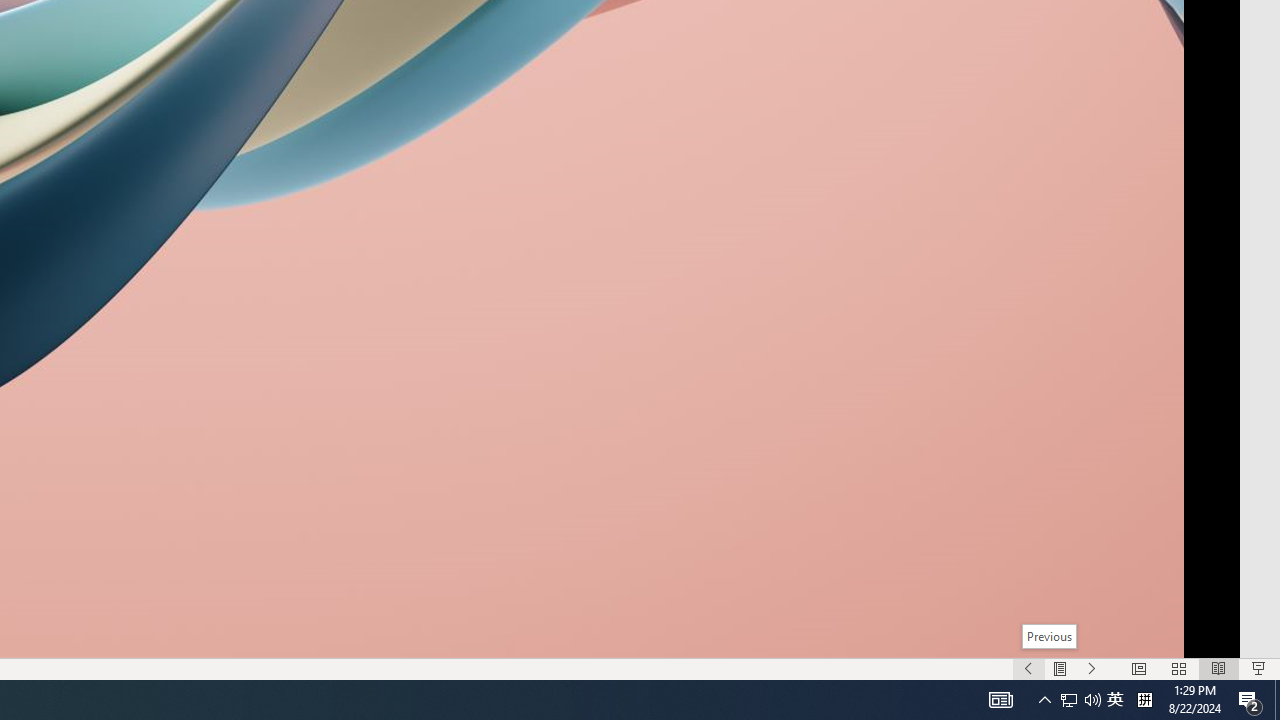  What do you see at coordinates (1028, 669) in the screenshot?
I see `'Slide Show Previous On'` at bounding box center [1028, 669].